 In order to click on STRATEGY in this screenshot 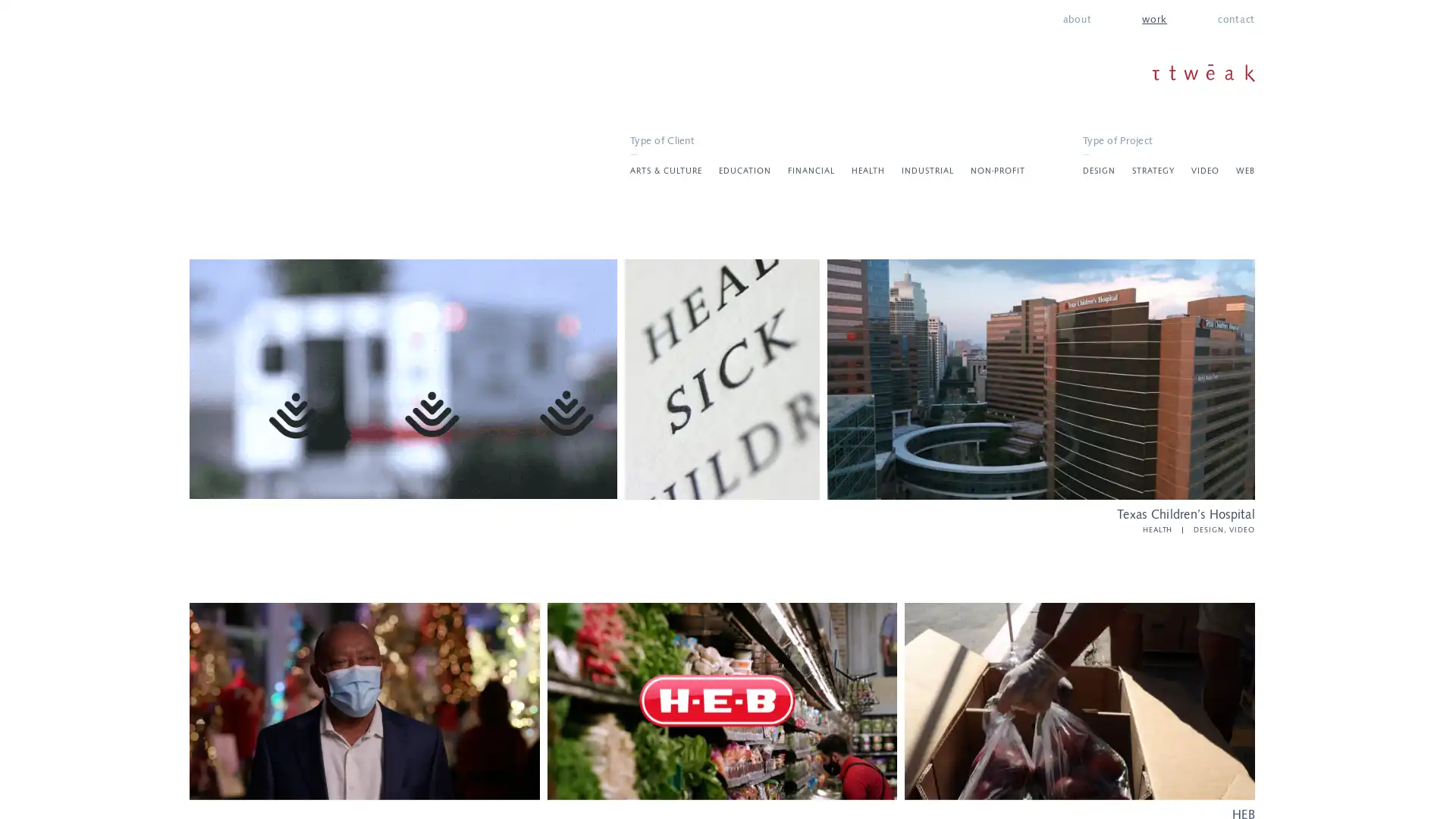, I will do `click(1153, 171)`.